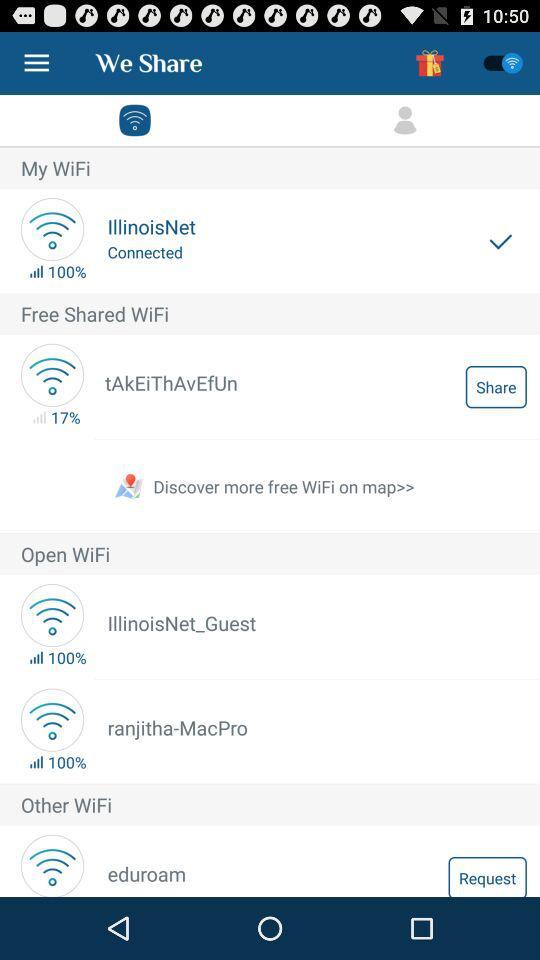 This screenshot has height=960, width=540. Describe the element at coordinates (495, 385) in the screenshot. I see `item below free shared wifi` at that location.